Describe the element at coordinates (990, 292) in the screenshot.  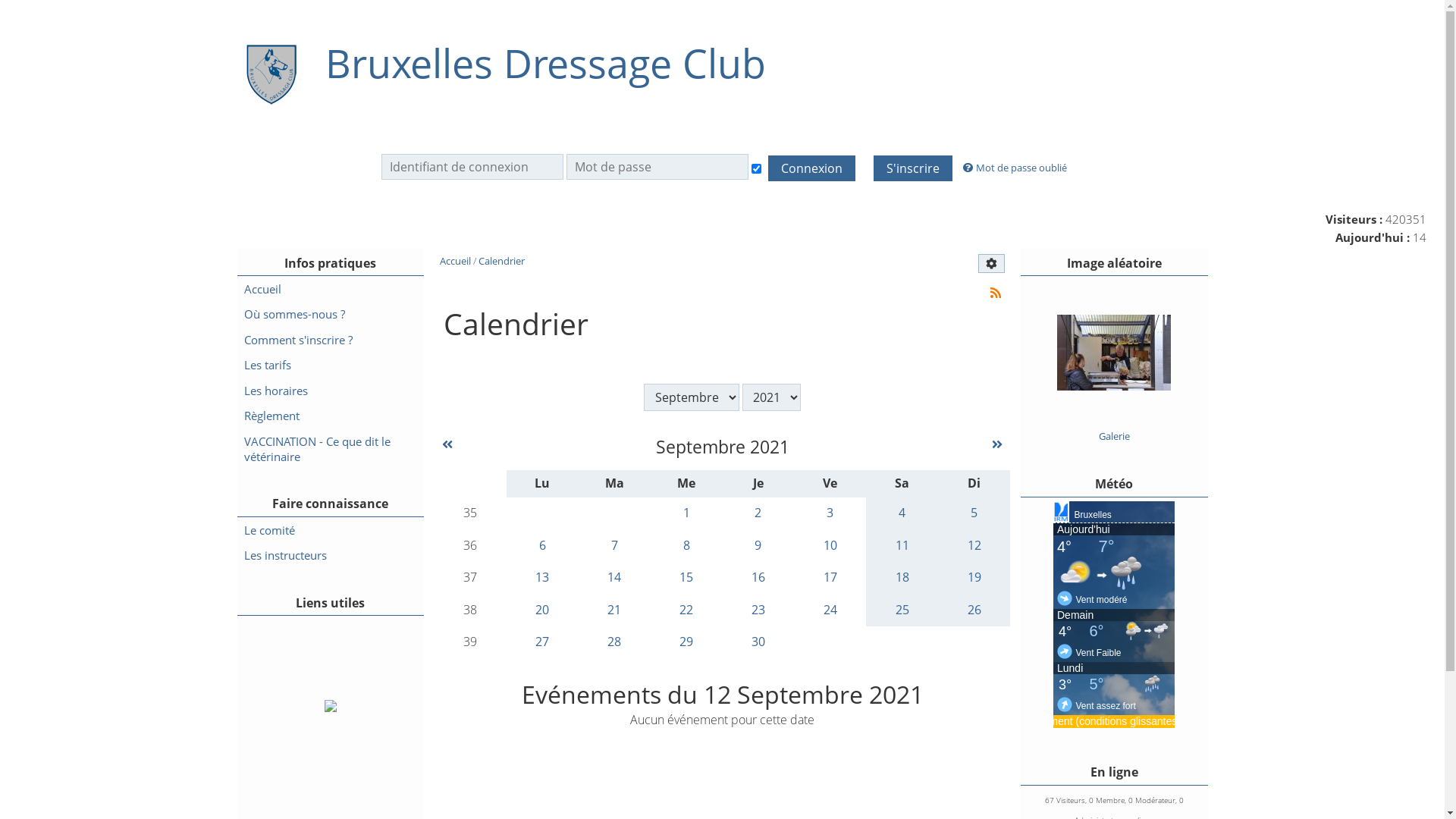
I see `'Syndication'` at that location.